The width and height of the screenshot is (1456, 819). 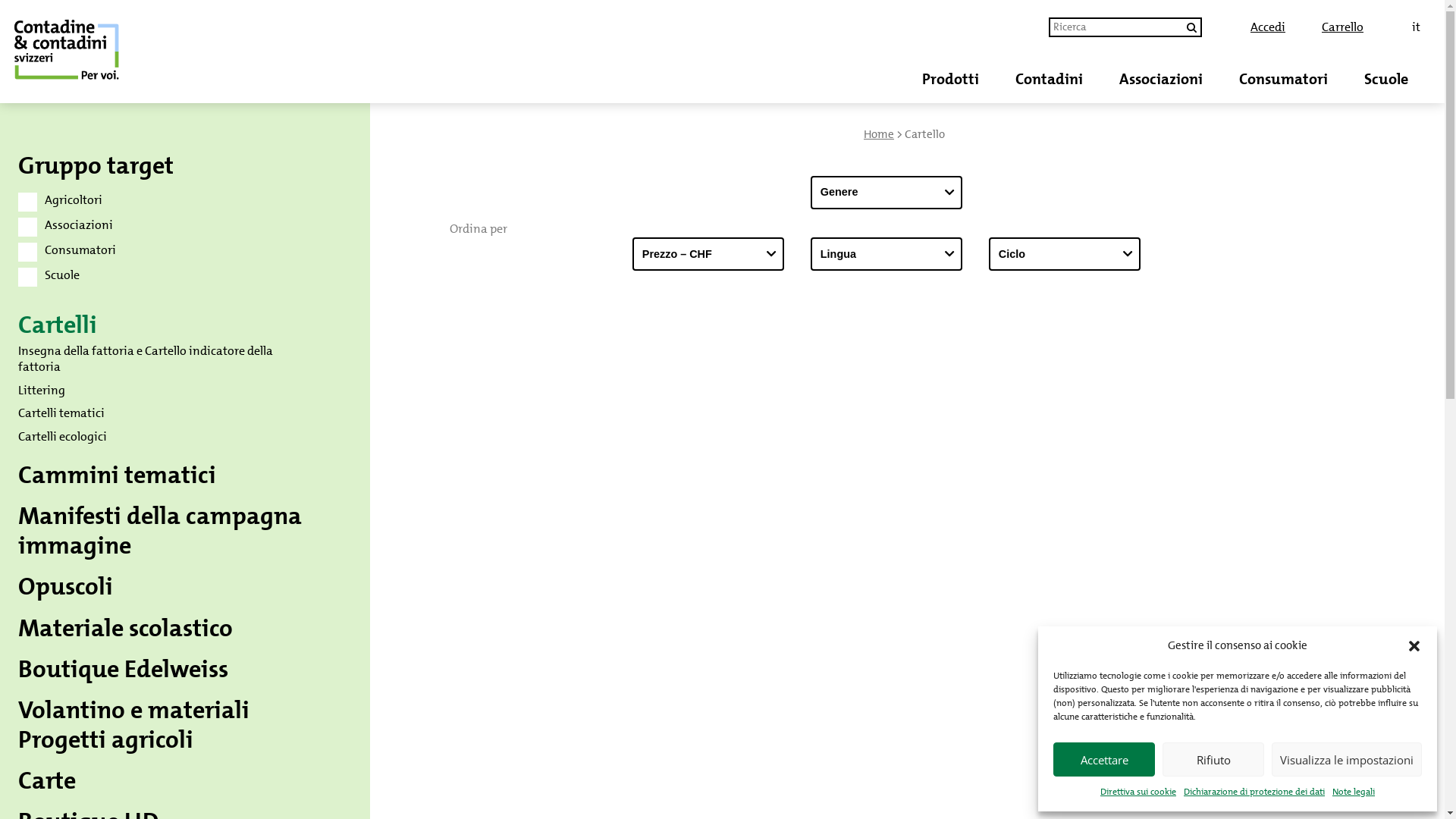 I want to click on 'Rifiuto', so click(x=1161, y=759).